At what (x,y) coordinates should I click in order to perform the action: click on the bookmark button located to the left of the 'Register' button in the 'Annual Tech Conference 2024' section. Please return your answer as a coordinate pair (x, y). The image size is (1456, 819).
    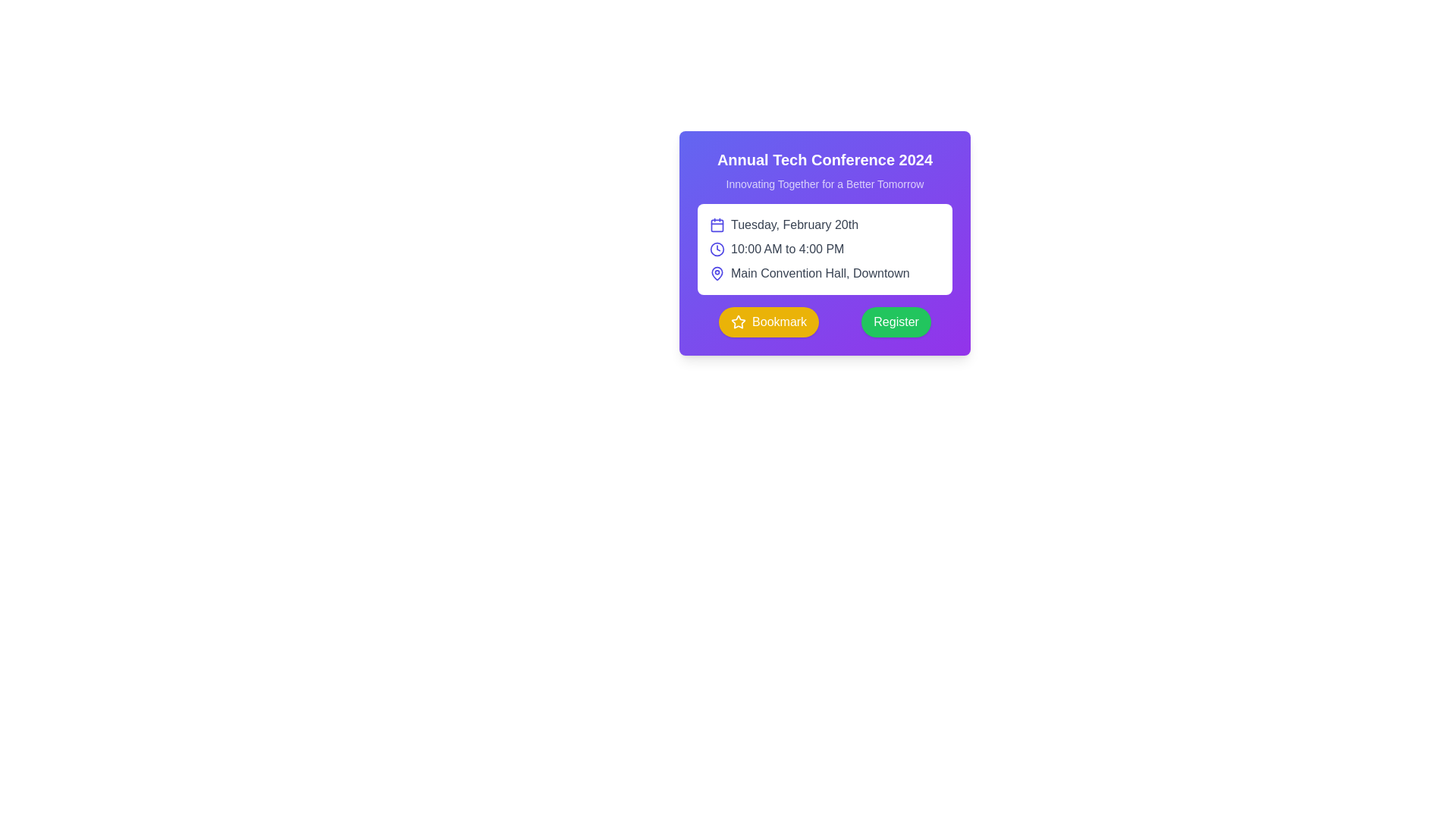
    Looking at the image, I should click on (769, 321).